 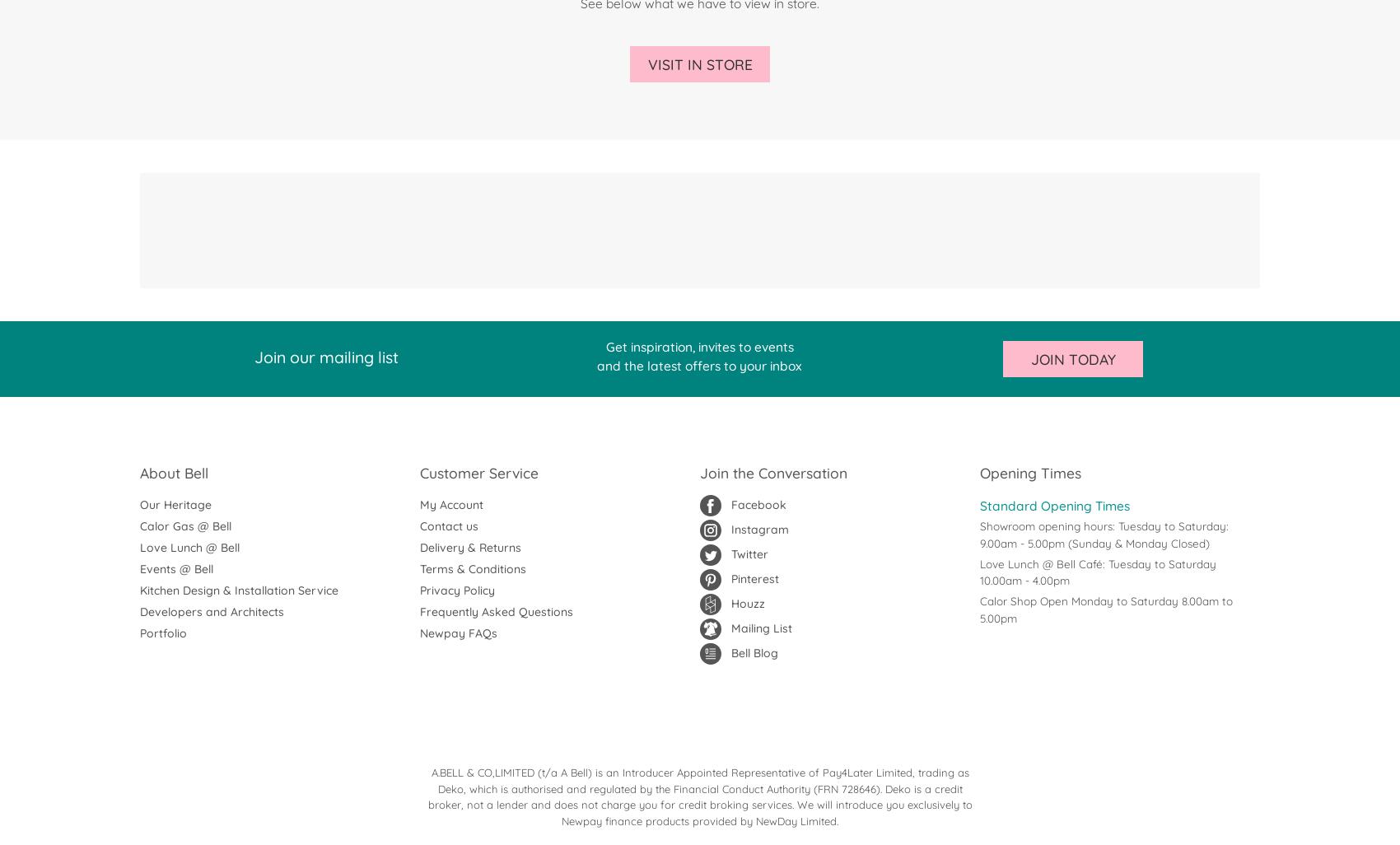 What do you see at coordinates (420, 589) in the screenshot?
I see `'Privacy Policy'` at bounding box center [420, 589].